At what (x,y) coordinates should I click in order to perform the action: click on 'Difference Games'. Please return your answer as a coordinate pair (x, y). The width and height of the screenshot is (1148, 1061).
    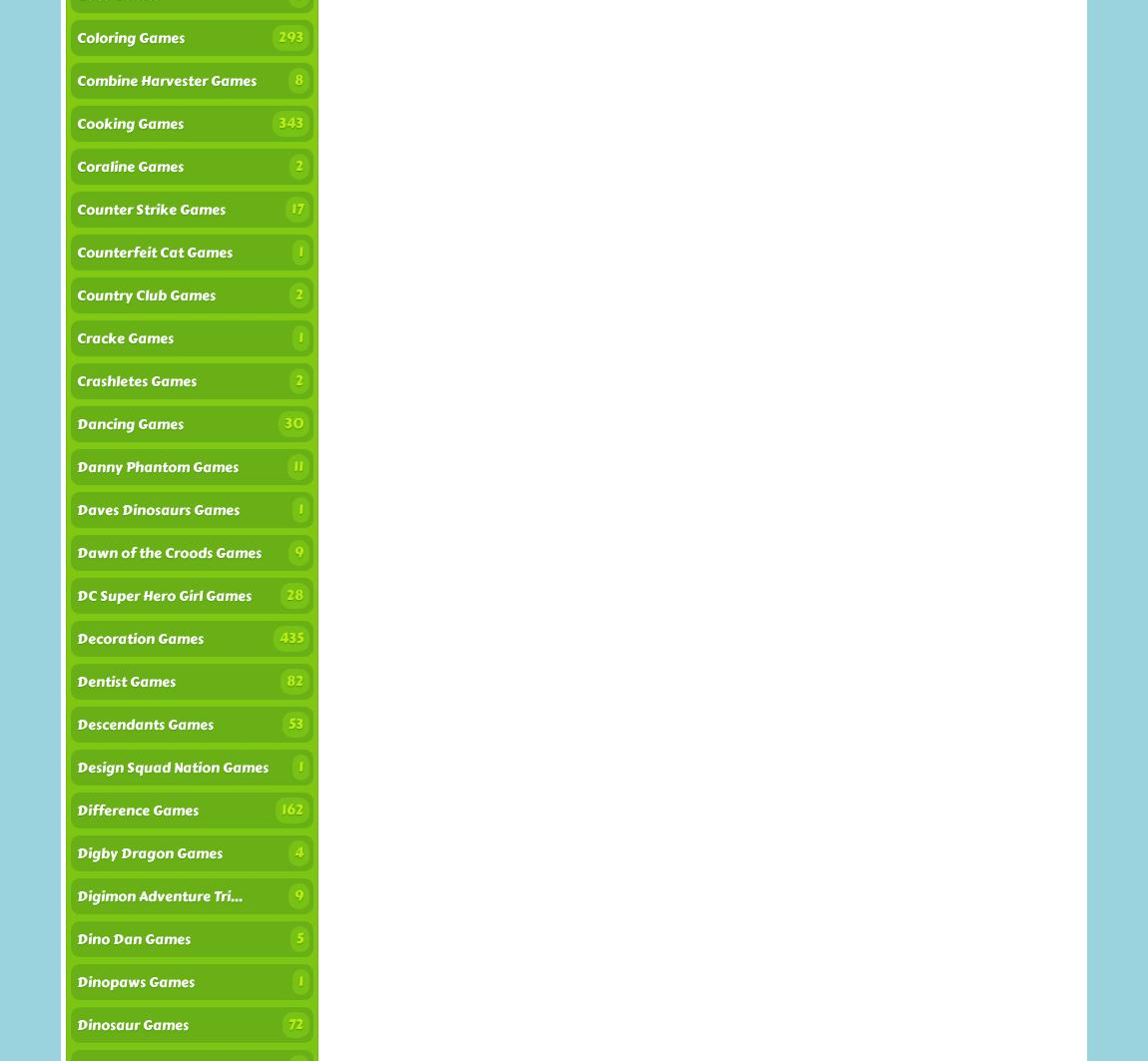
    Looking at the image, I should click on (76, 809).